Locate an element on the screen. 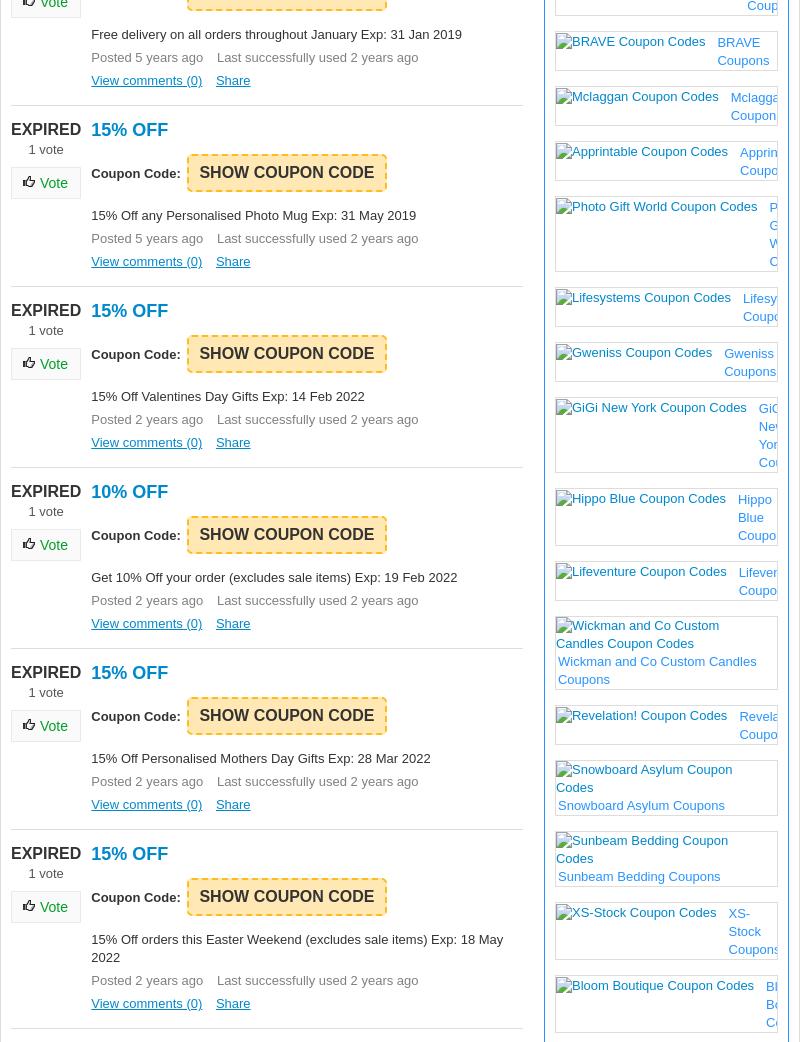 The height and width of the screenshot is (1042, 800). '10% OFF' is located at coordinates (128, 492).